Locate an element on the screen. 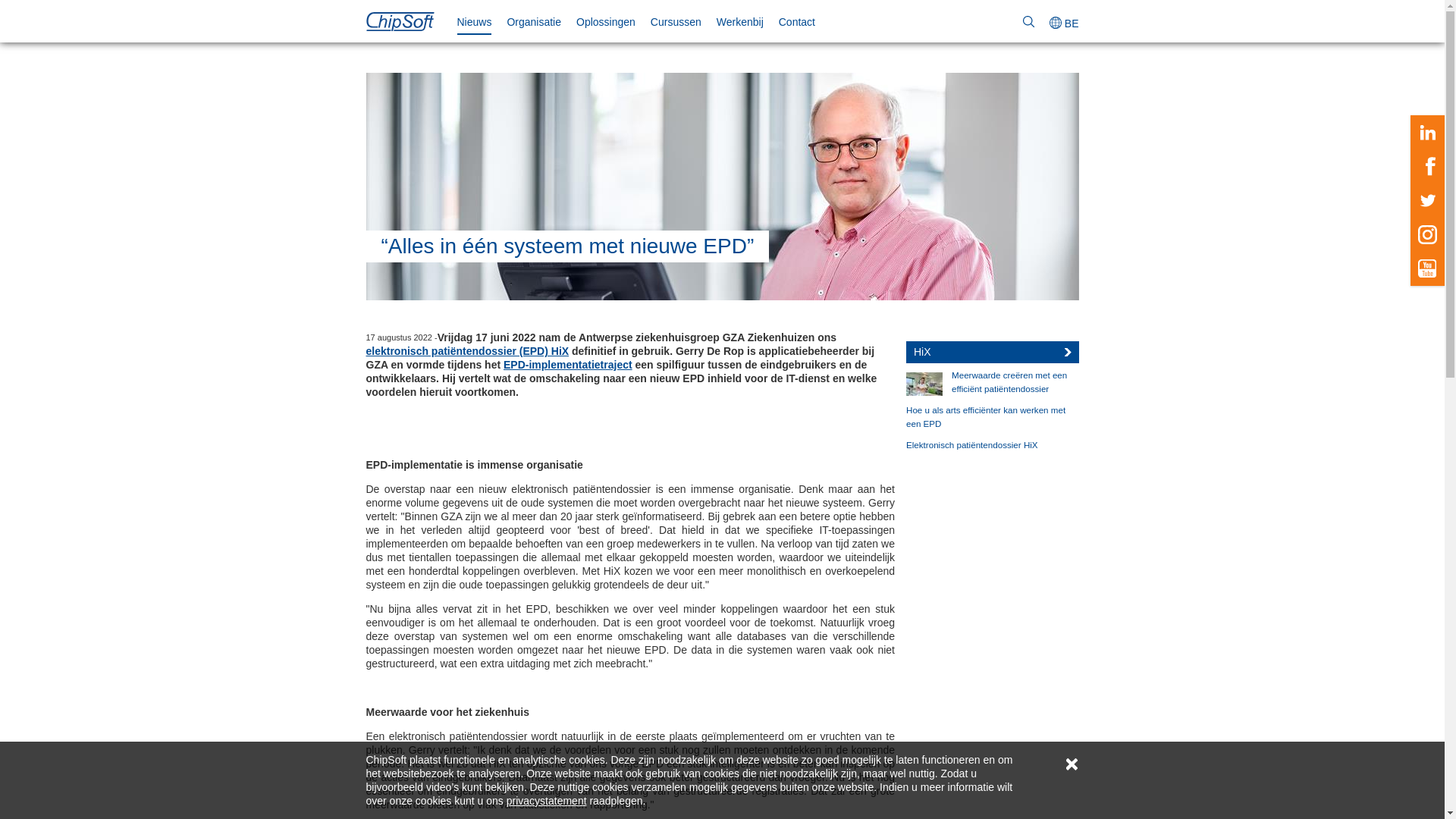 This screenshot has height=819, width=1456. 'Youtube' is located at coordinates (1410, 268).